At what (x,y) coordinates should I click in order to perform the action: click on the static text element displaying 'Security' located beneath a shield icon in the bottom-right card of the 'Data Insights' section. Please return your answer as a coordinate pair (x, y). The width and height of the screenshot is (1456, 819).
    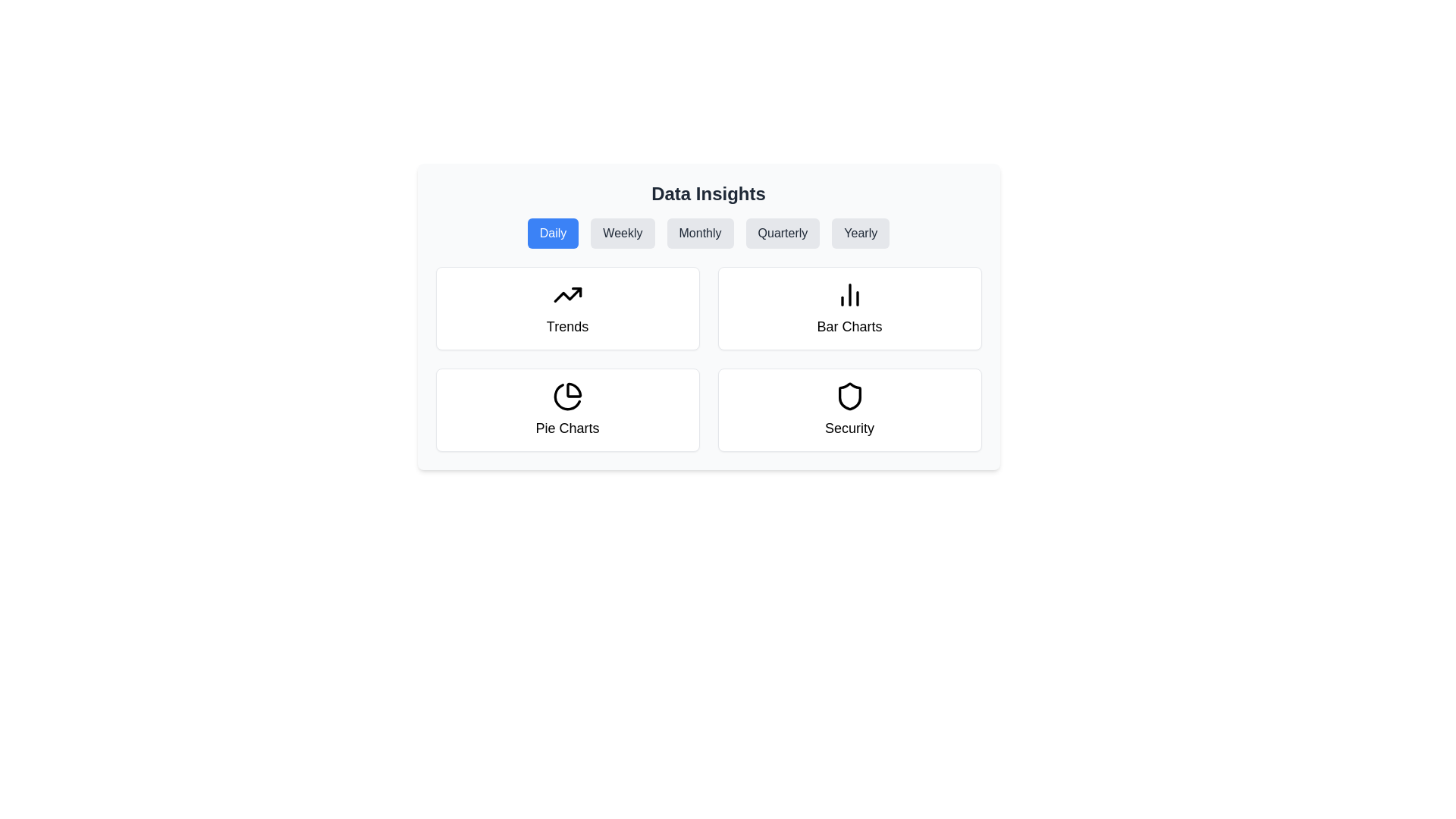
    Looking at the image, I should click on (849, 428).